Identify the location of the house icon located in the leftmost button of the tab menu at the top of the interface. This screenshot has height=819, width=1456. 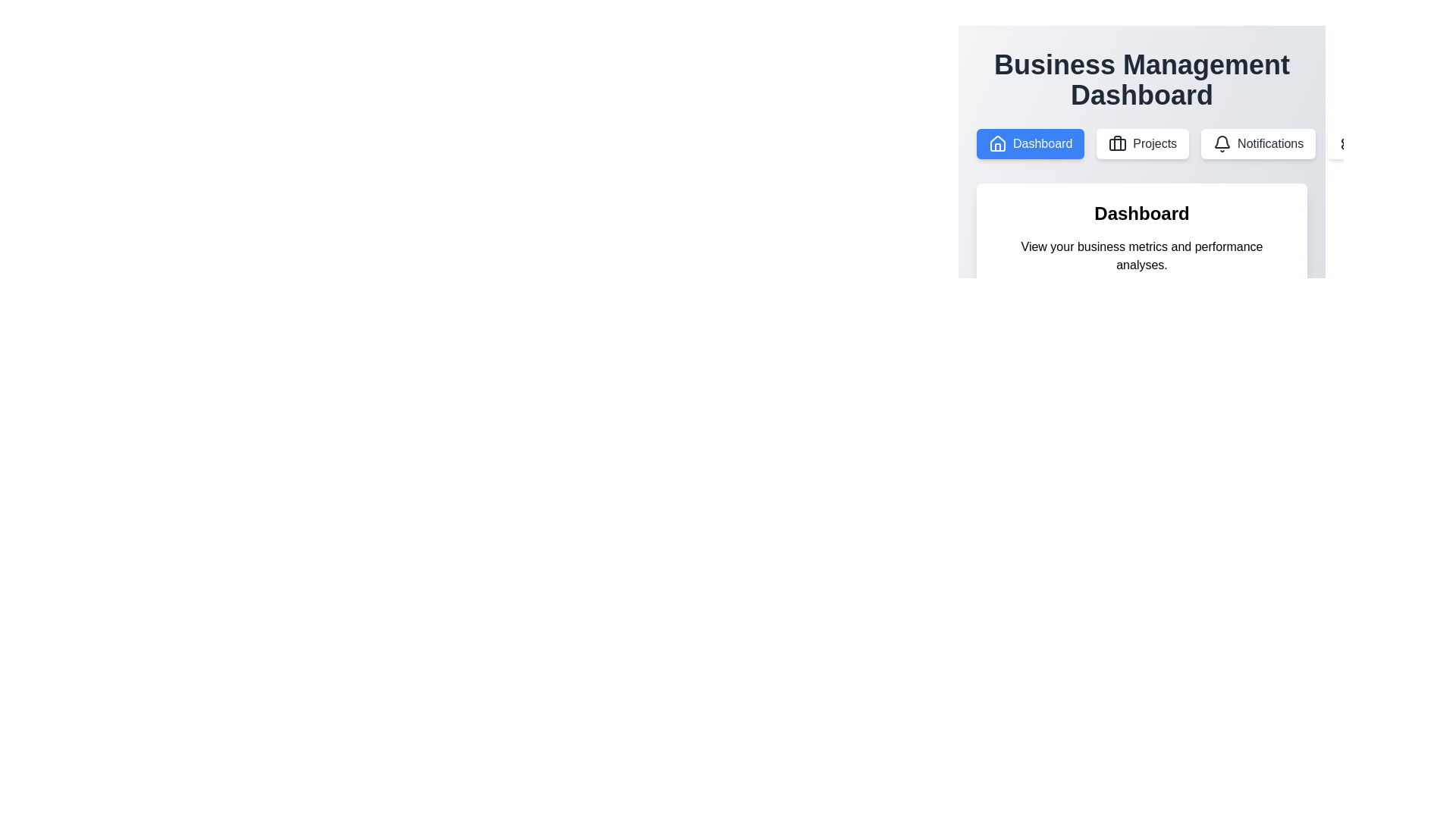
(997, 143).